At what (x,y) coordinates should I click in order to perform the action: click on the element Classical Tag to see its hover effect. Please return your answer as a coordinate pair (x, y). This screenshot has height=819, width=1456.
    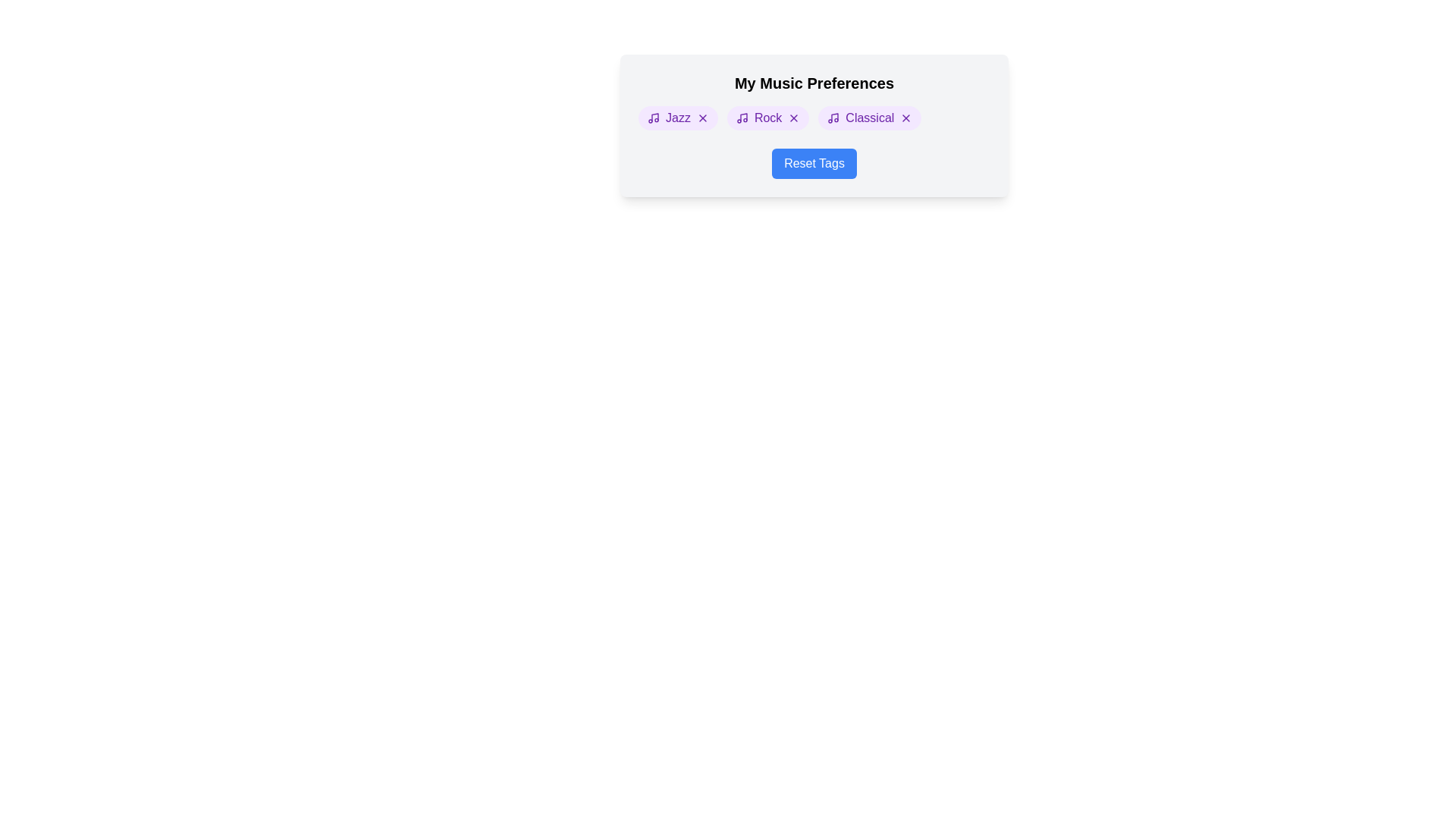
    Looking at the image, I should click on (870, 117).